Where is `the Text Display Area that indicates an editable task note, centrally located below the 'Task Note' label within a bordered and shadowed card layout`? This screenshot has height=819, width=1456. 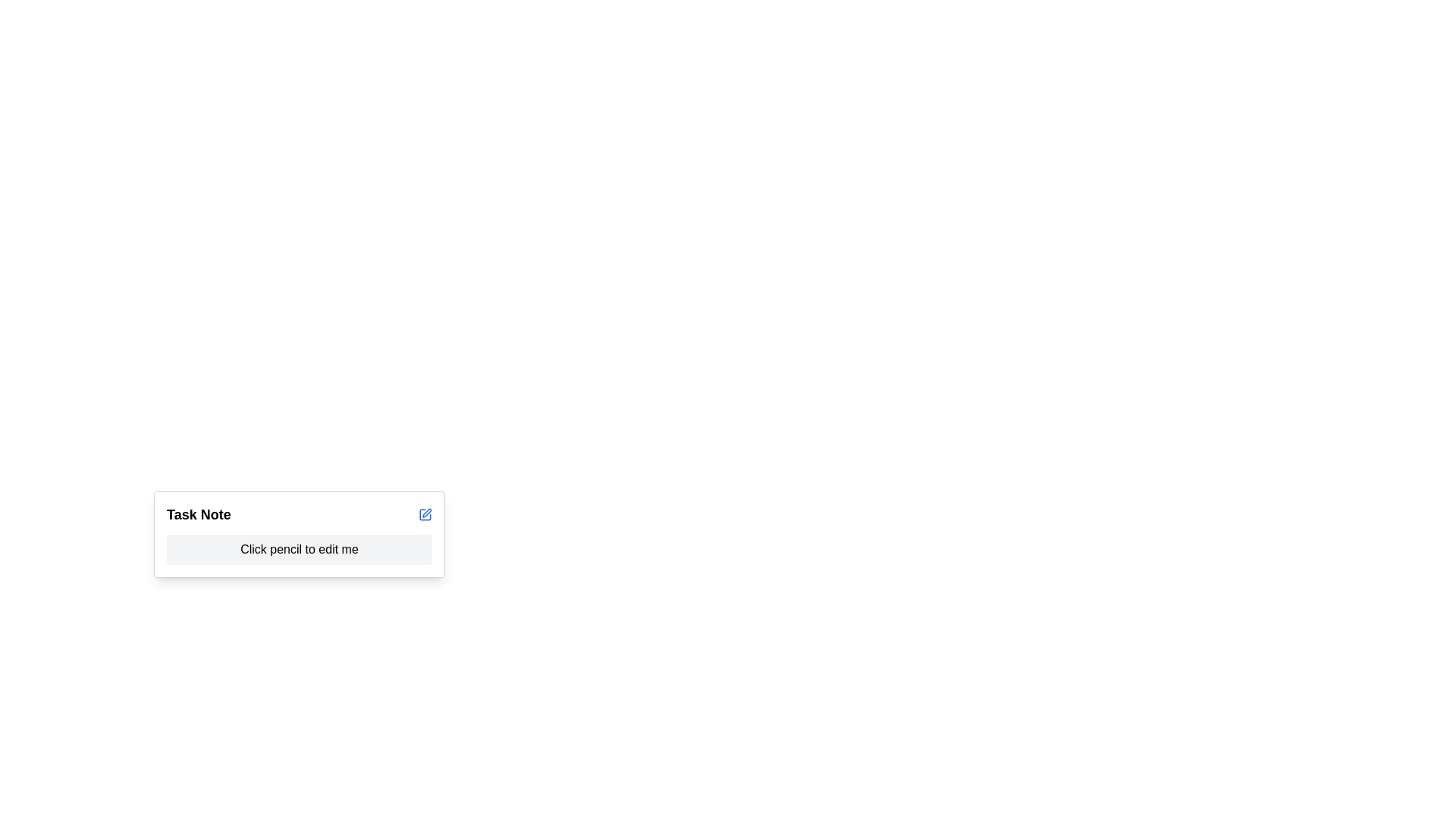 the Text Display Area that indicates an editable task note, centrally located below the 'Task Note' label within a bordered and shadowed card layout is located at coordinates (299, 550).